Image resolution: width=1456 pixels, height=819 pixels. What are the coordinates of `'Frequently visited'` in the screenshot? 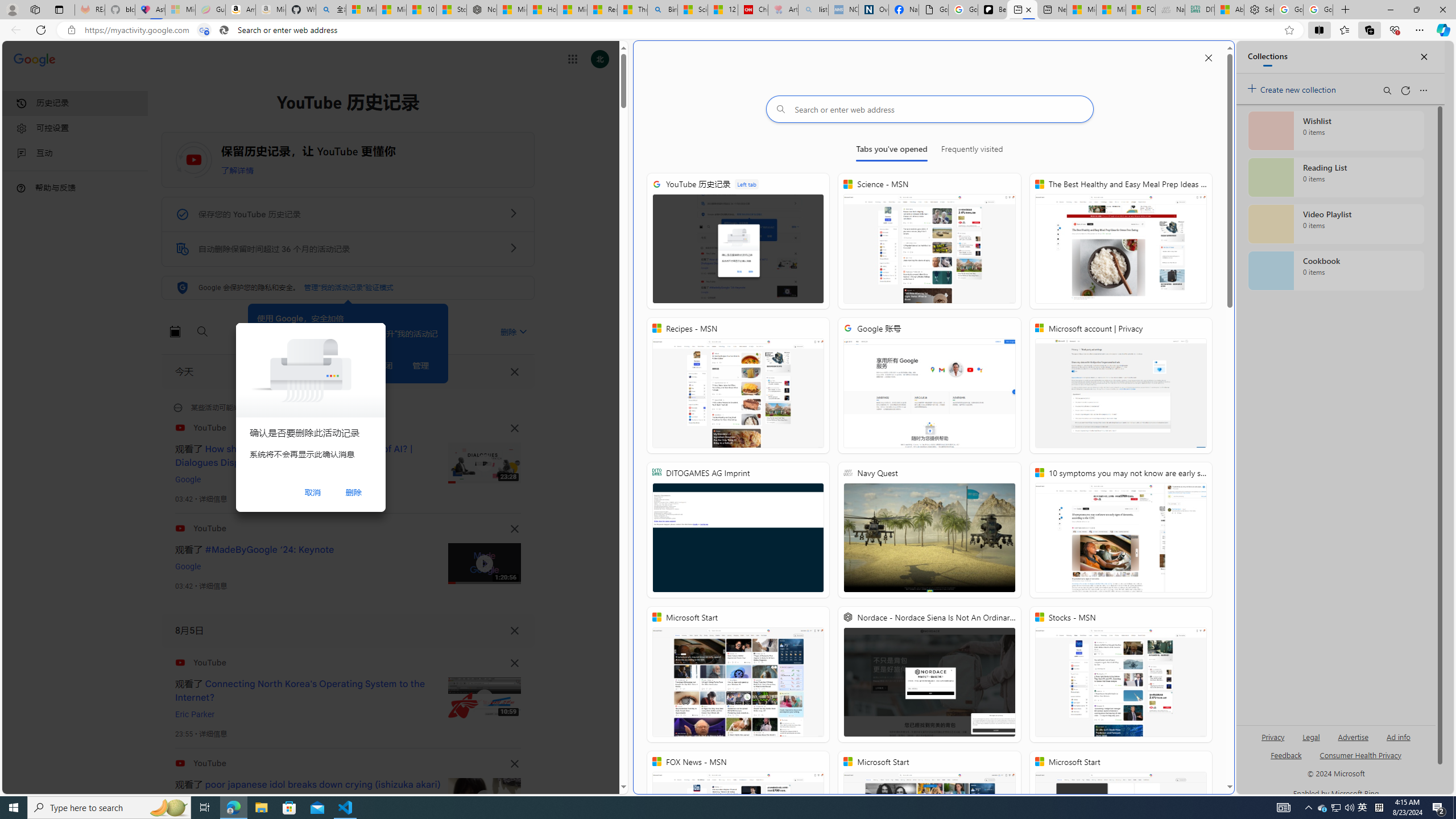 It's located at (971, 151).